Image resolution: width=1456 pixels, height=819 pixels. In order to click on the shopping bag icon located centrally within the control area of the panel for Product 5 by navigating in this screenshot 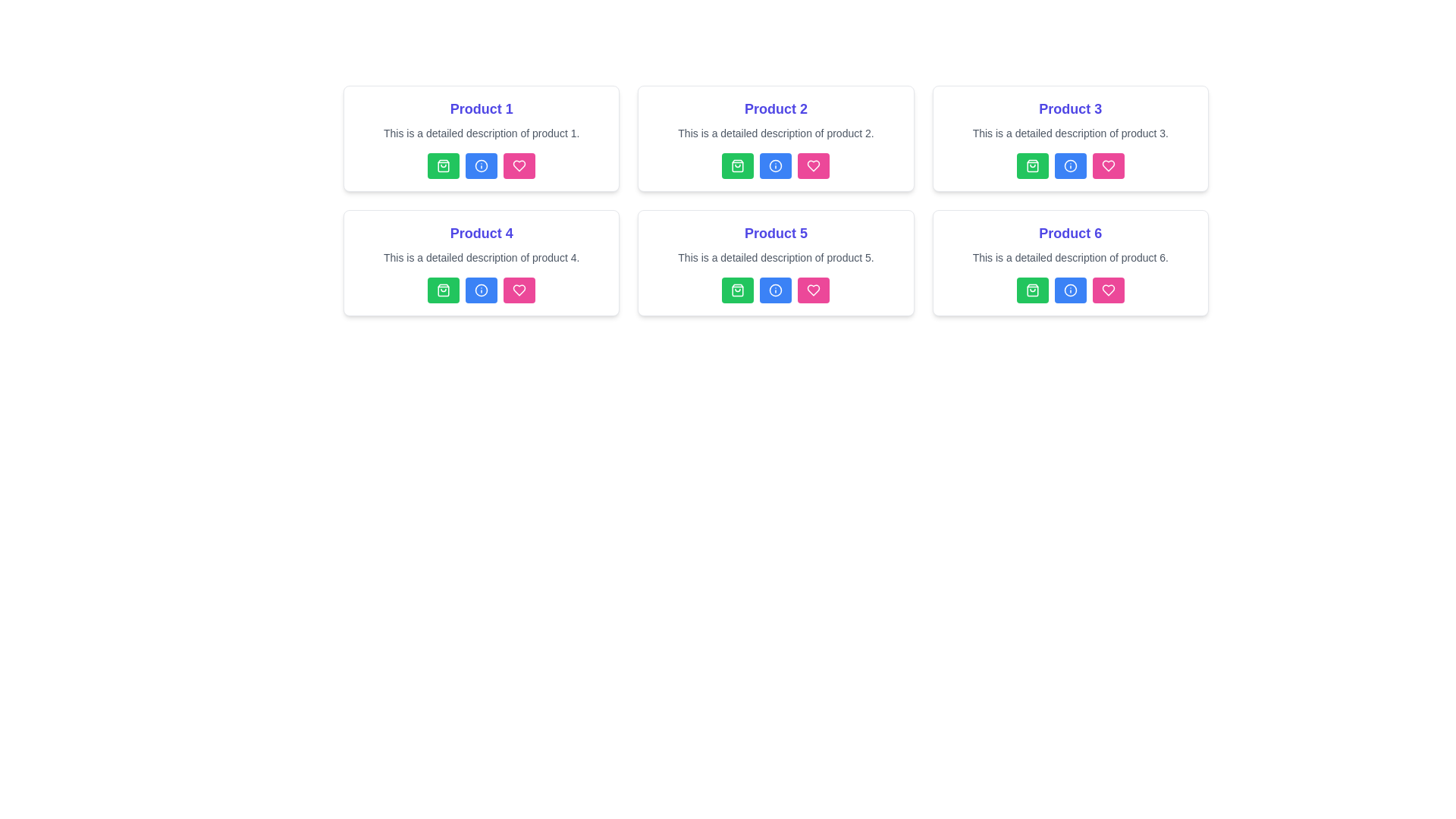, I will do `click(738, 290)`.